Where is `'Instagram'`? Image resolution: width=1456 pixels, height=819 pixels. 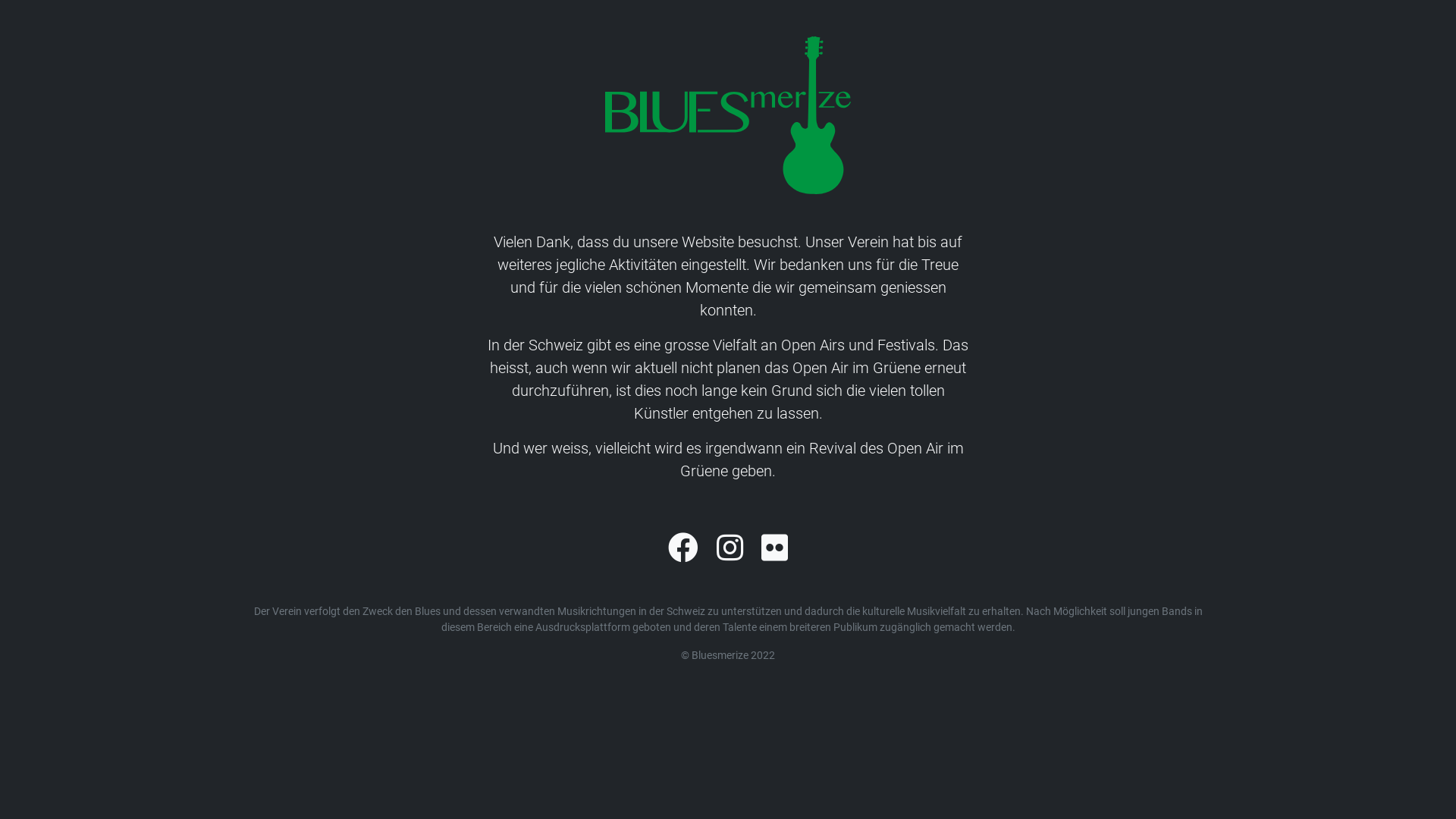
'Instagram' is located at coordinates (730, 549).